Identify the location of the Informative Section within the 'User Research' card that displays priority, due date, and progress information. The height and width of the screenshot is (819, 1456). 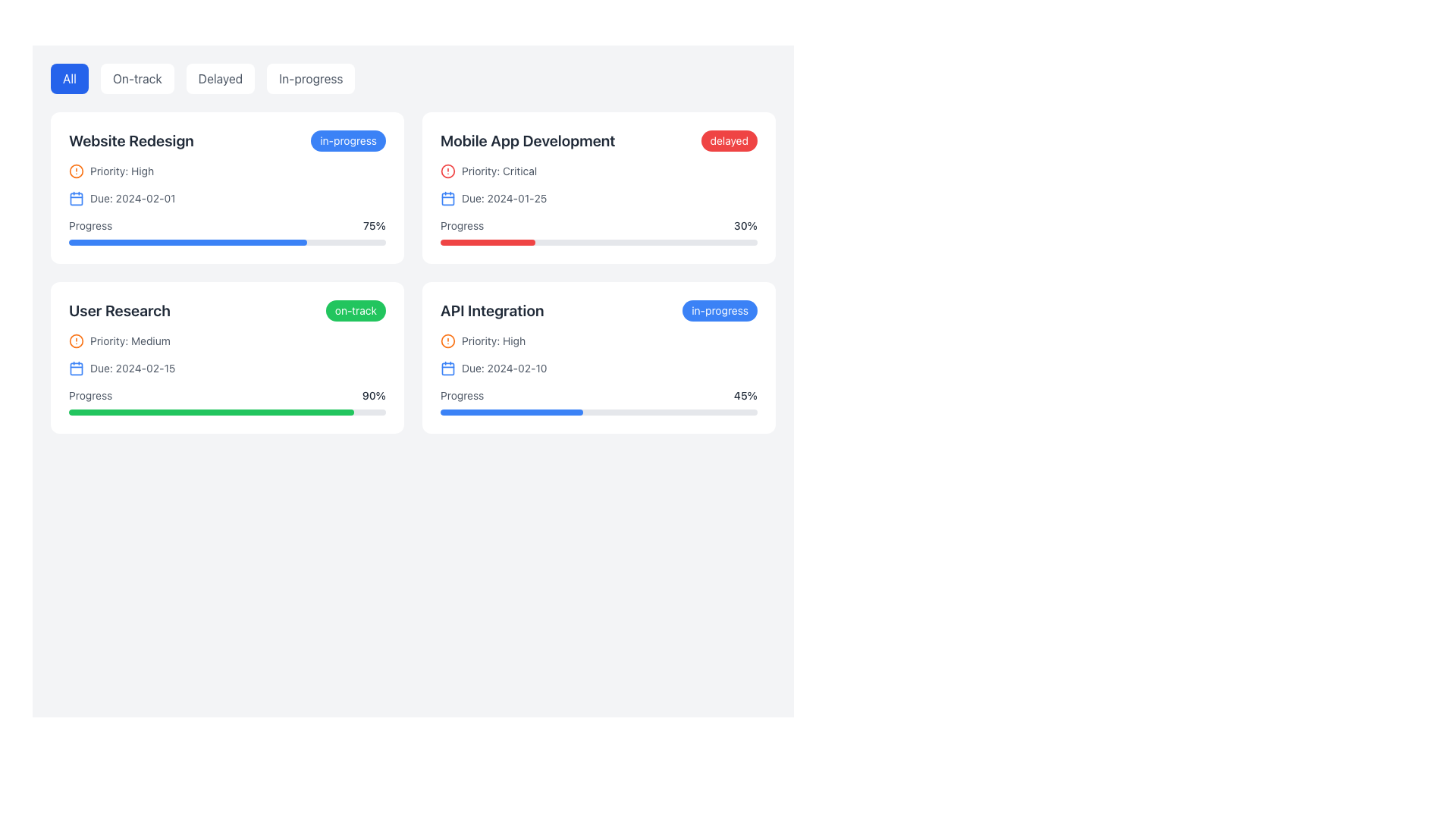
(226, 374).